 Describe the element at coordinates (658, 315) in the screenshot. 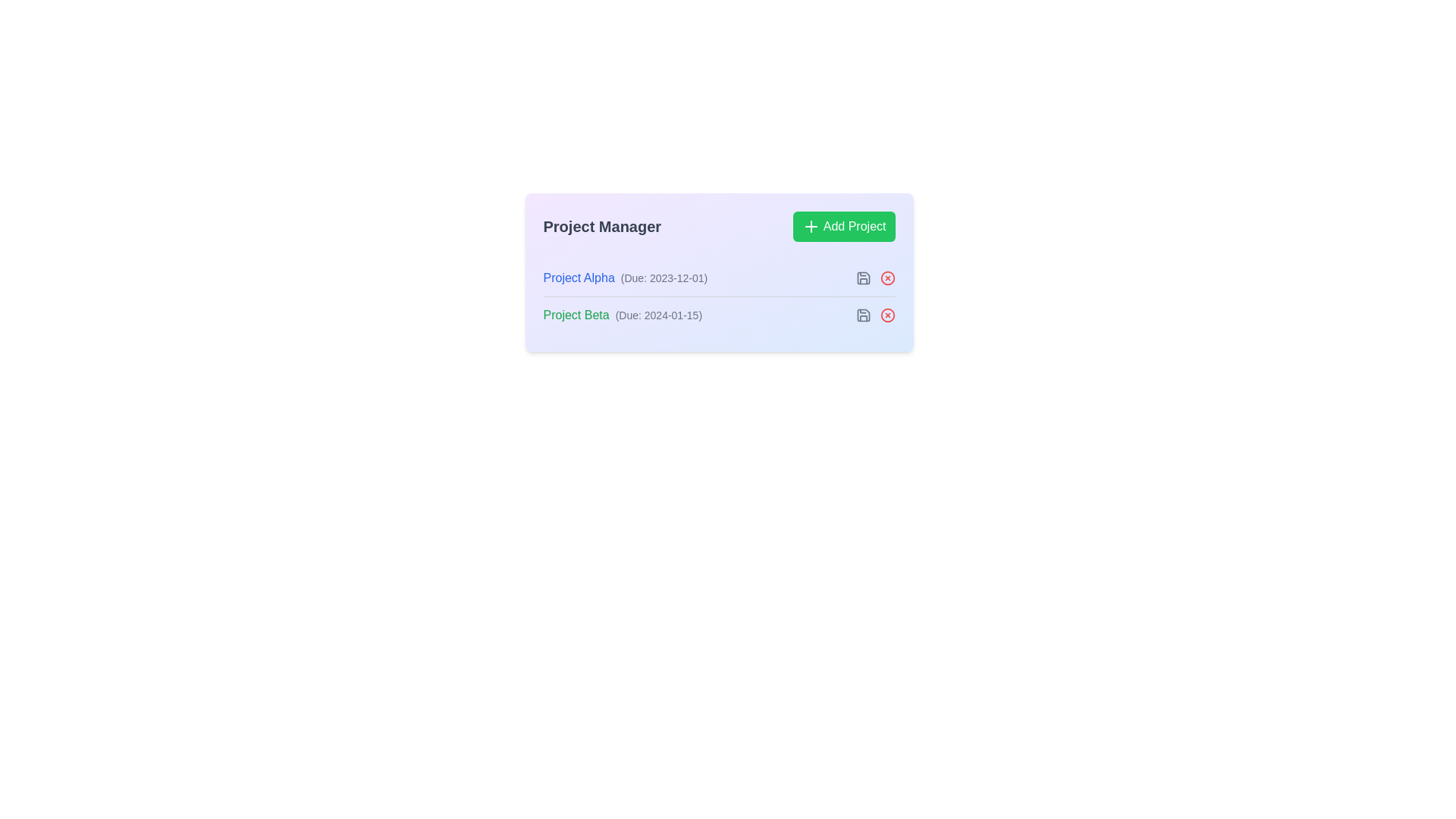

I see `the Text label that indicates the due date for 'Project Beta' in the 'Project Manager' section` at that location.